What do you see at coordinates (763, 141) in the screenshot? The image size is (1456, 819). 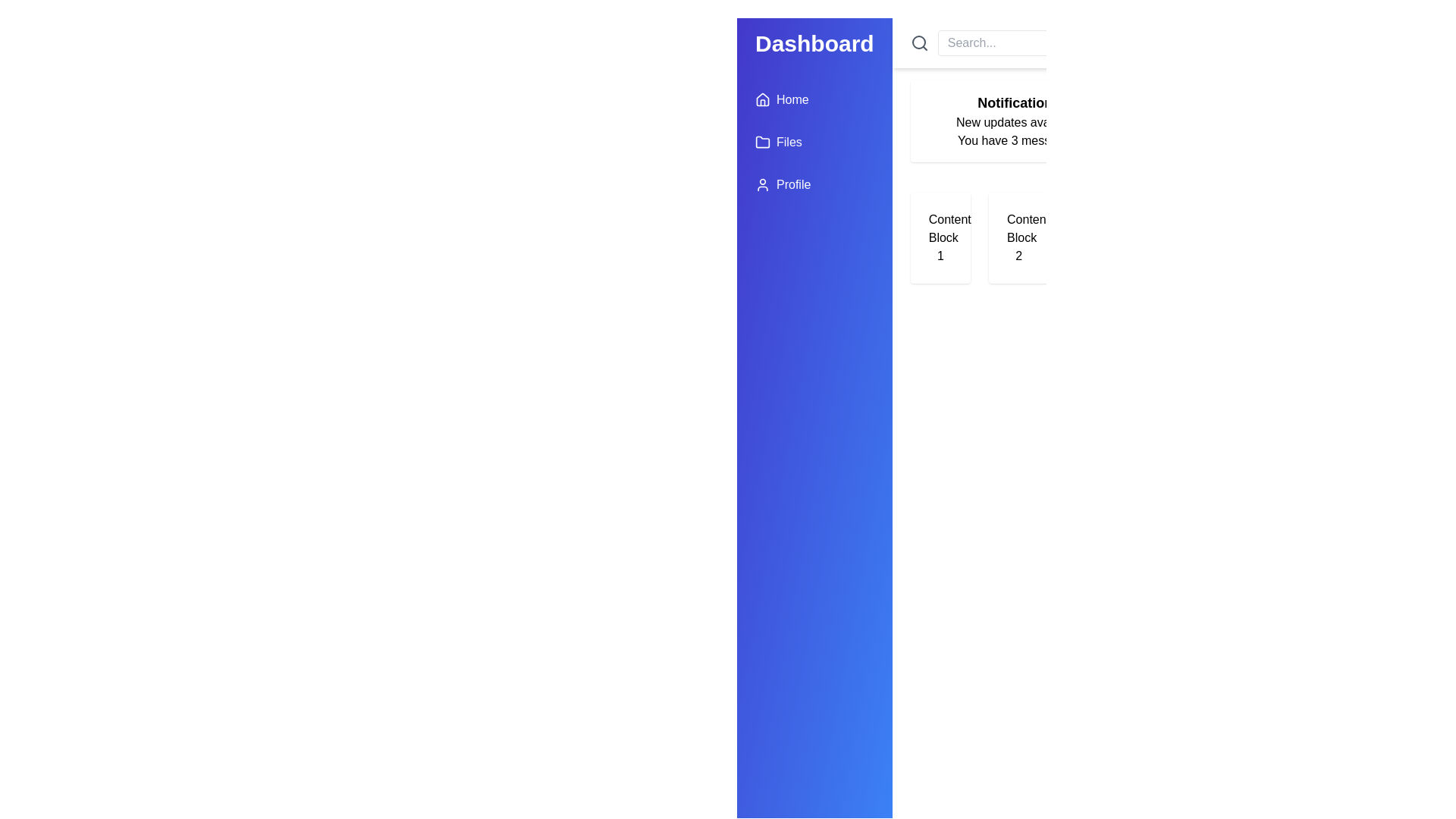 I see `the stylized folder icon located in the left navigation sidebar, positioned between the 'Home' and 'Profile' icons` at bounding box center [763, 141].